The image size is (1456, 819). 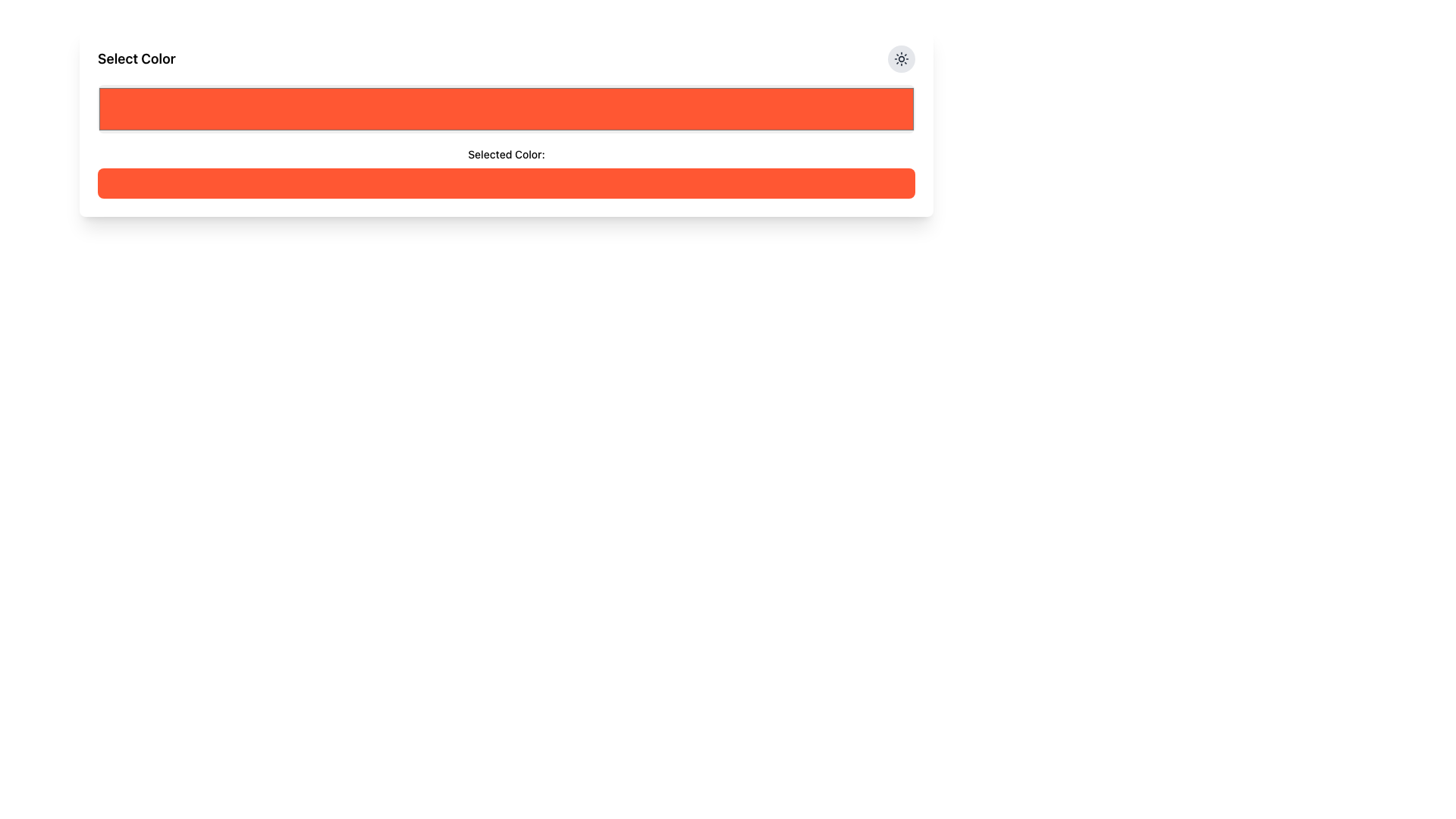 What do you see at coordinates (902, 58) in the screenshot?
I see `the circular button with a sun icon located at the far right of the header bar labeled 'Select Color'` at bounding box center [902, 58].